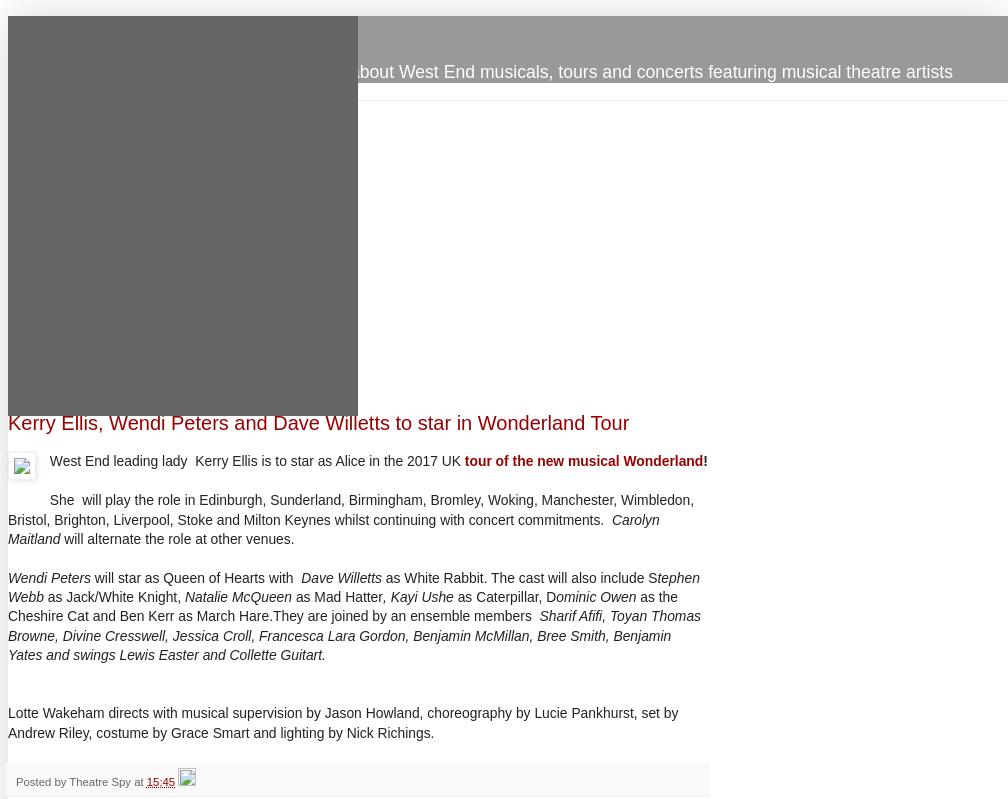  I want to click on 'Musical Theatre News', so click(7, 29).